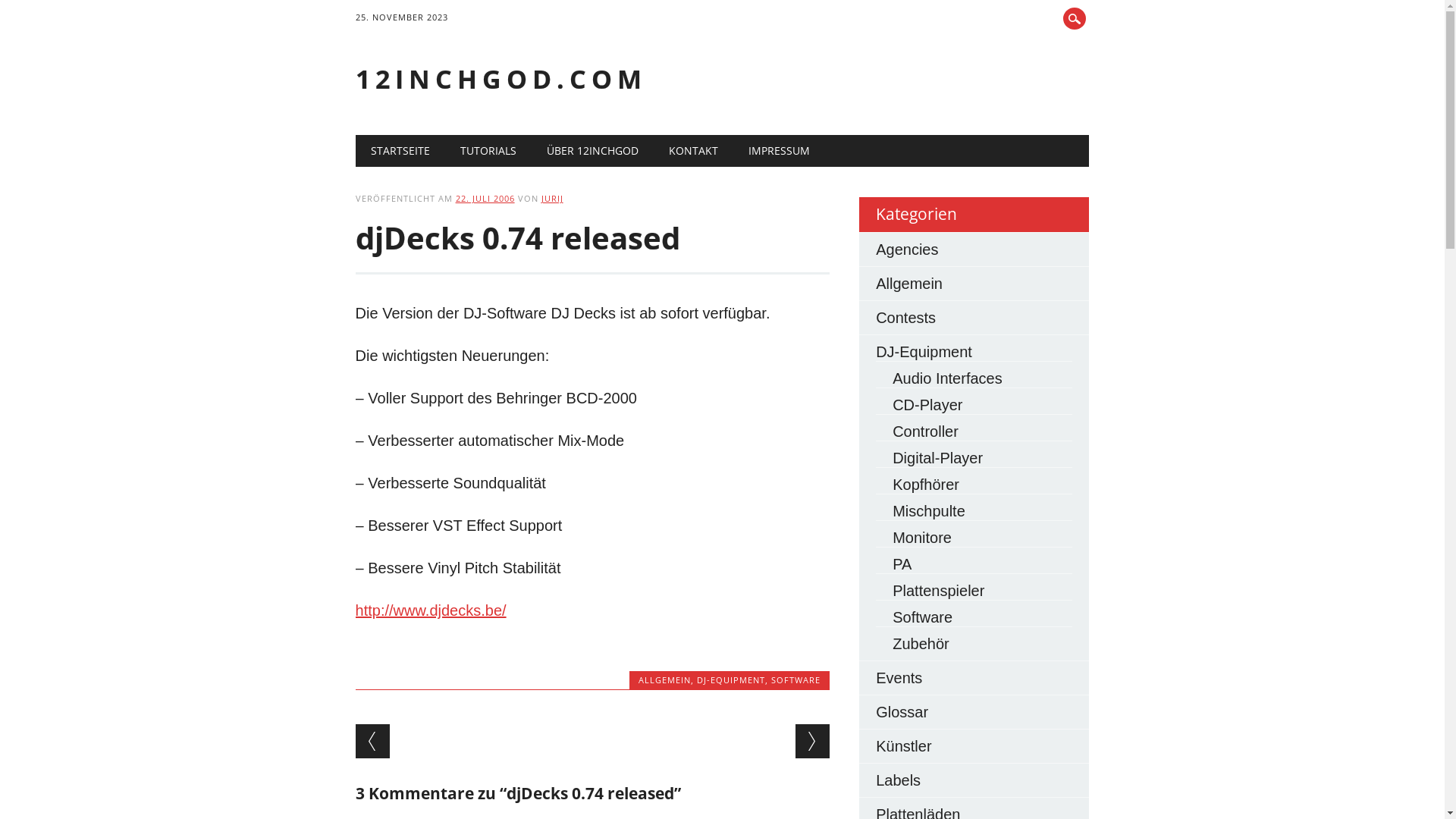 The height and width of the screenshot is (819, 1456). What do you see at coordinates (946, 377) in the screenshot?
I see `'Audio Interfaces'` at bounding box center [946, 377].